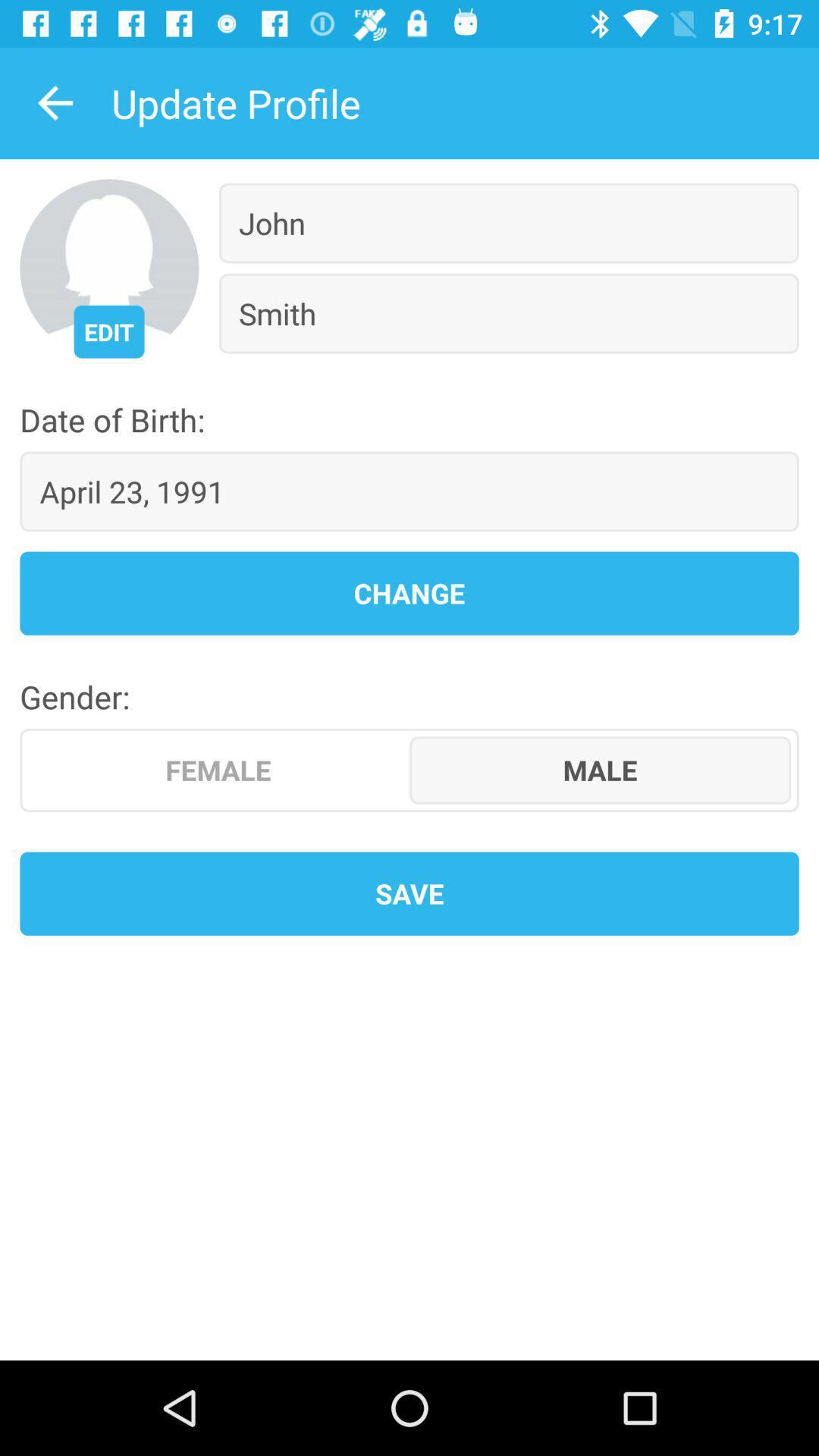 This screenshot has height=1456, width=819. What do you see at coordinates (218, 770) in the screenshot?
I see `icon on the left` at bounding box center [218, 770].